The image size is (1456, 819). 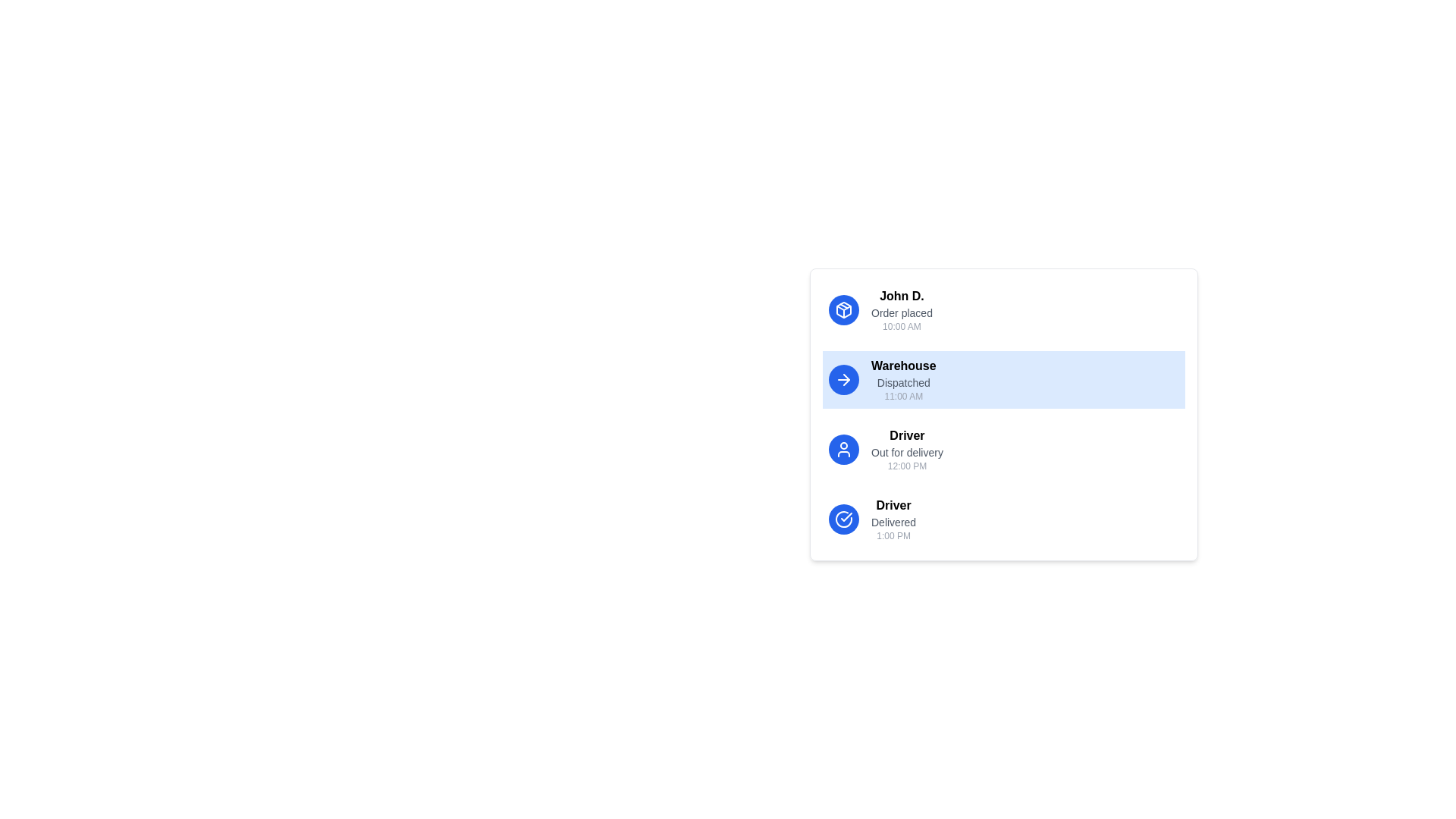 What do you see at coordinates (903, 396) in the screenshot?
I see `the timestamp text label indicating the 'Dispatched' status of the 'Warehouse' event, which is located in the lower portion of the highlighted card labeled 'Warehouse'` at bounding box center [903, 396].